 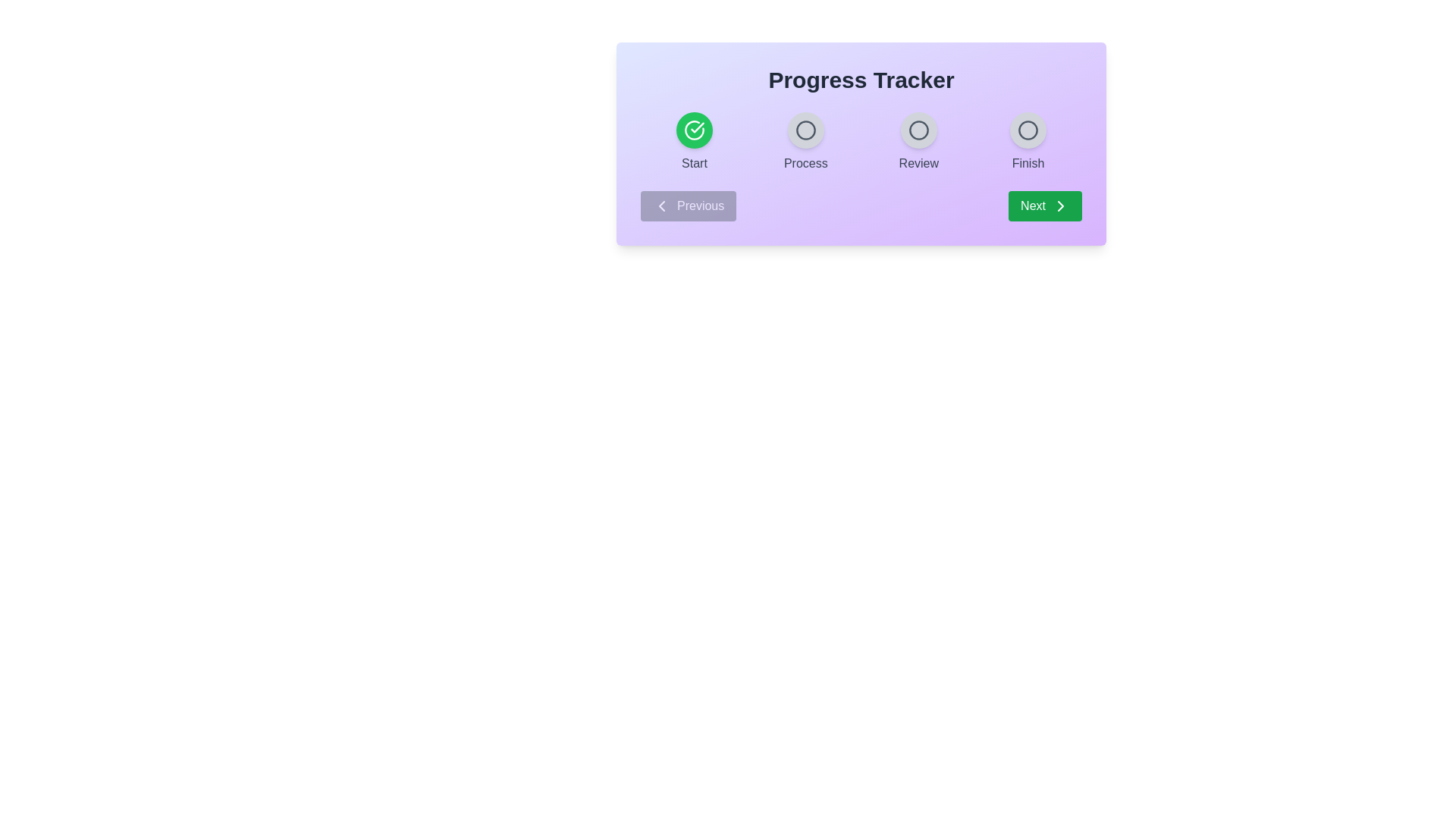 What do you see at coordinates (861, 80) in the screenshot?
I see `the 'Progress Tracker' text element, which is styled in bold large font and centered in a light purple header at the top of the panel` at bounding box center [861, 80].